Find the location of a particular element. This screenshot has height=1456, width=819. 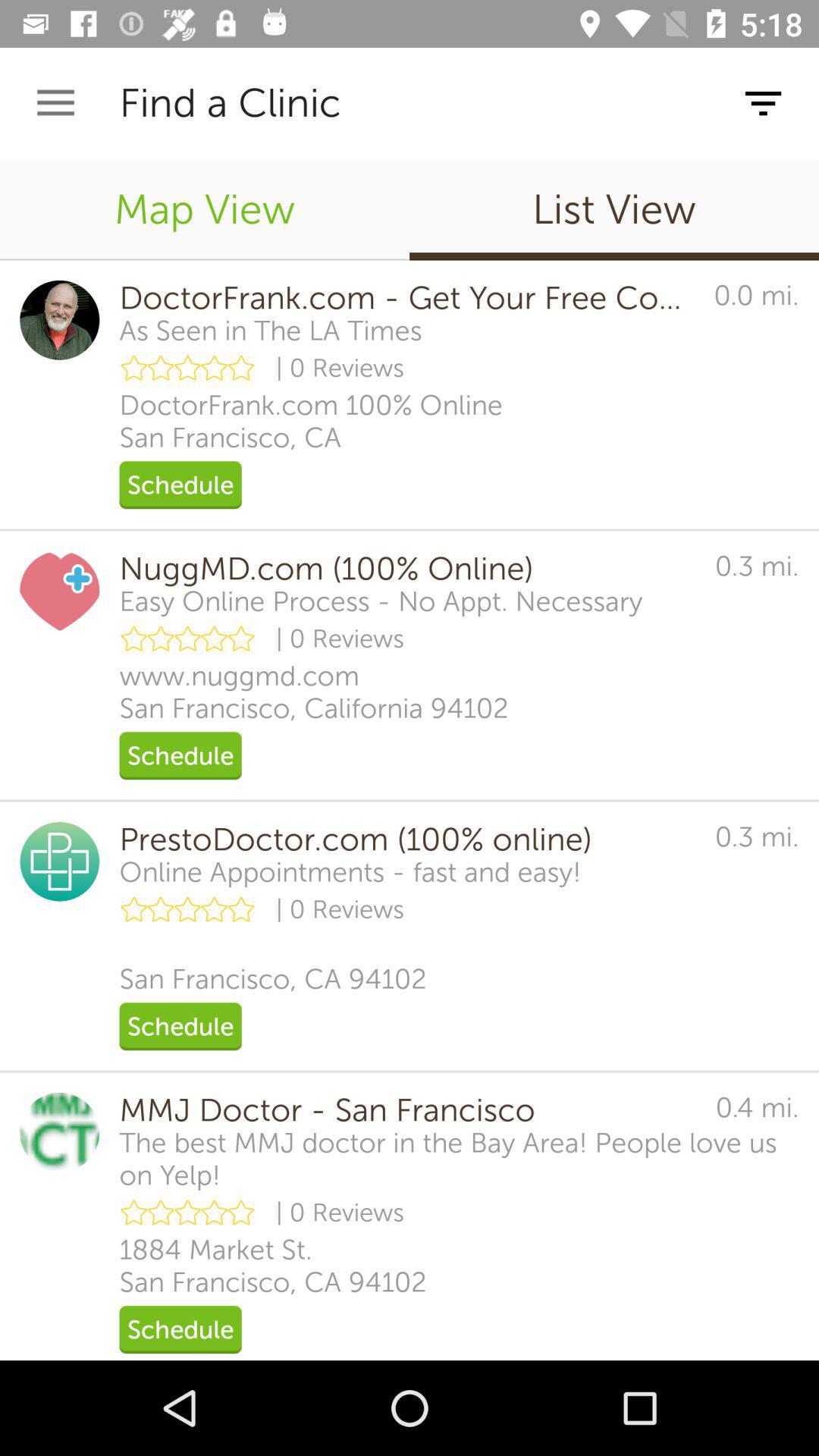

the item above online appointments fast icon is located at coordinates (406, 839).